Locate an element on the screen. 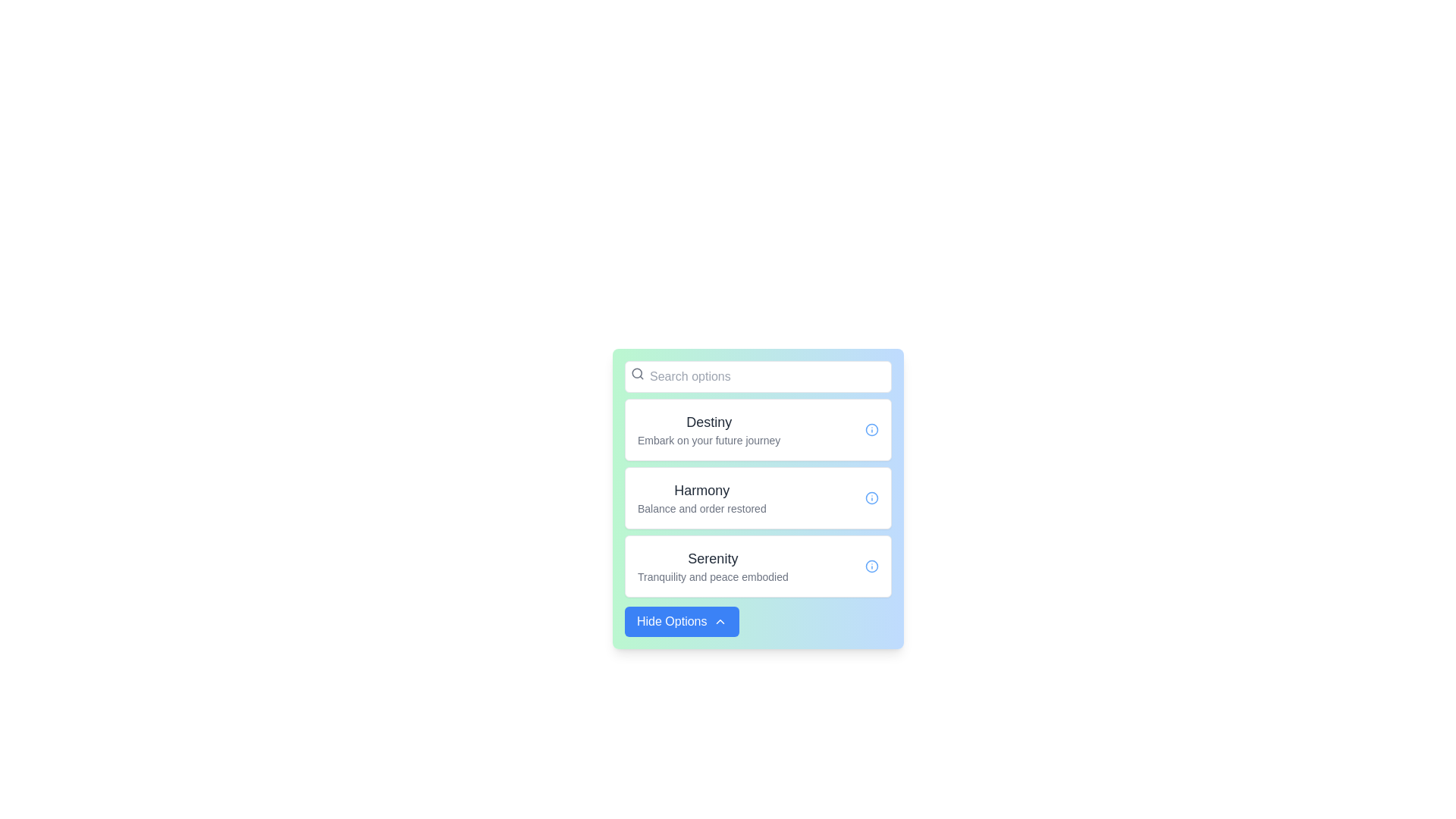  the upward-facing chevron arrow SVG icon located to the right of the 'Hide Options' button is located at coordinates (719, 622).